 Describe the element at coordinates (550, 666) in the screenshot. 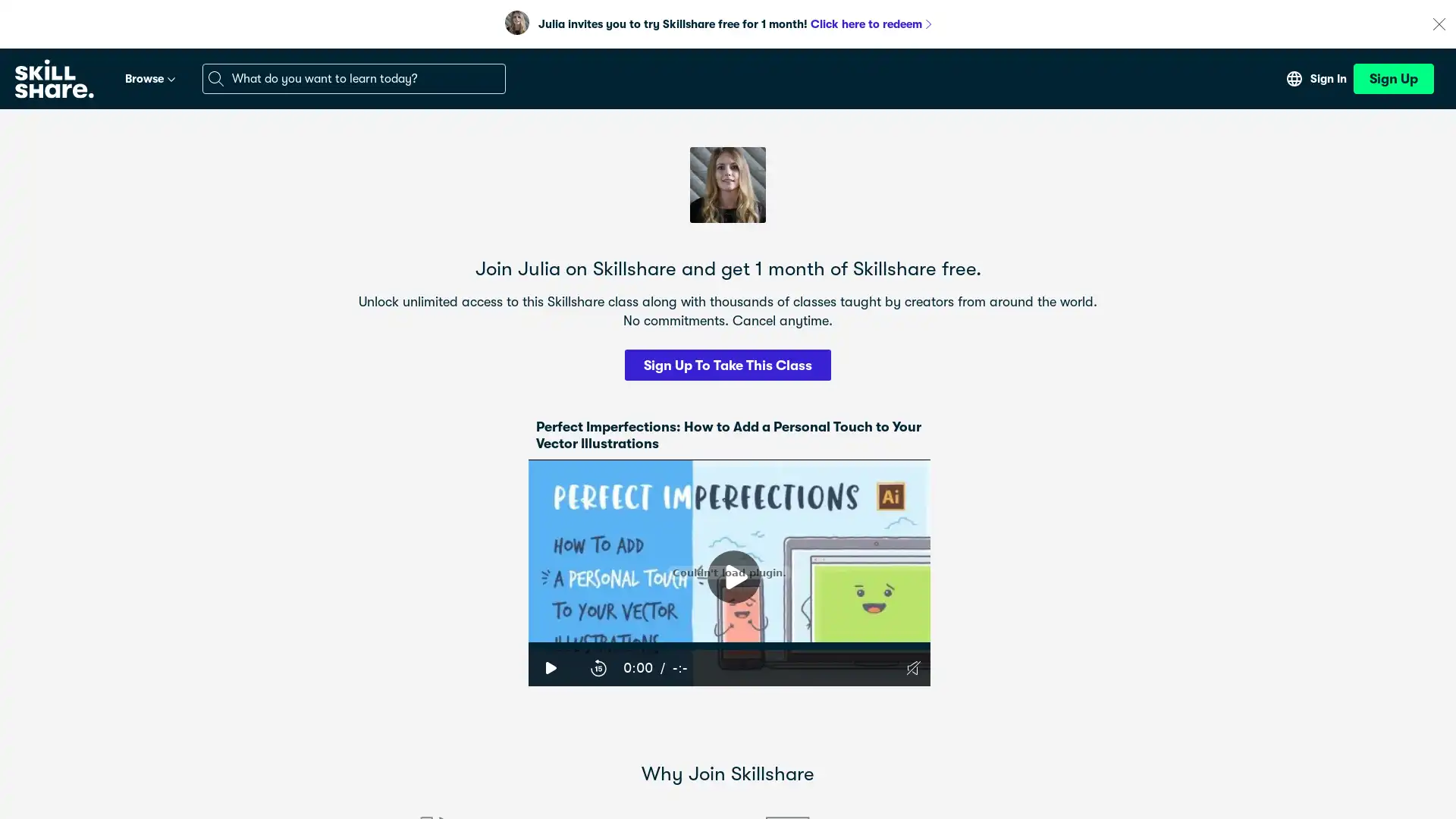

I see `Play` at that location.